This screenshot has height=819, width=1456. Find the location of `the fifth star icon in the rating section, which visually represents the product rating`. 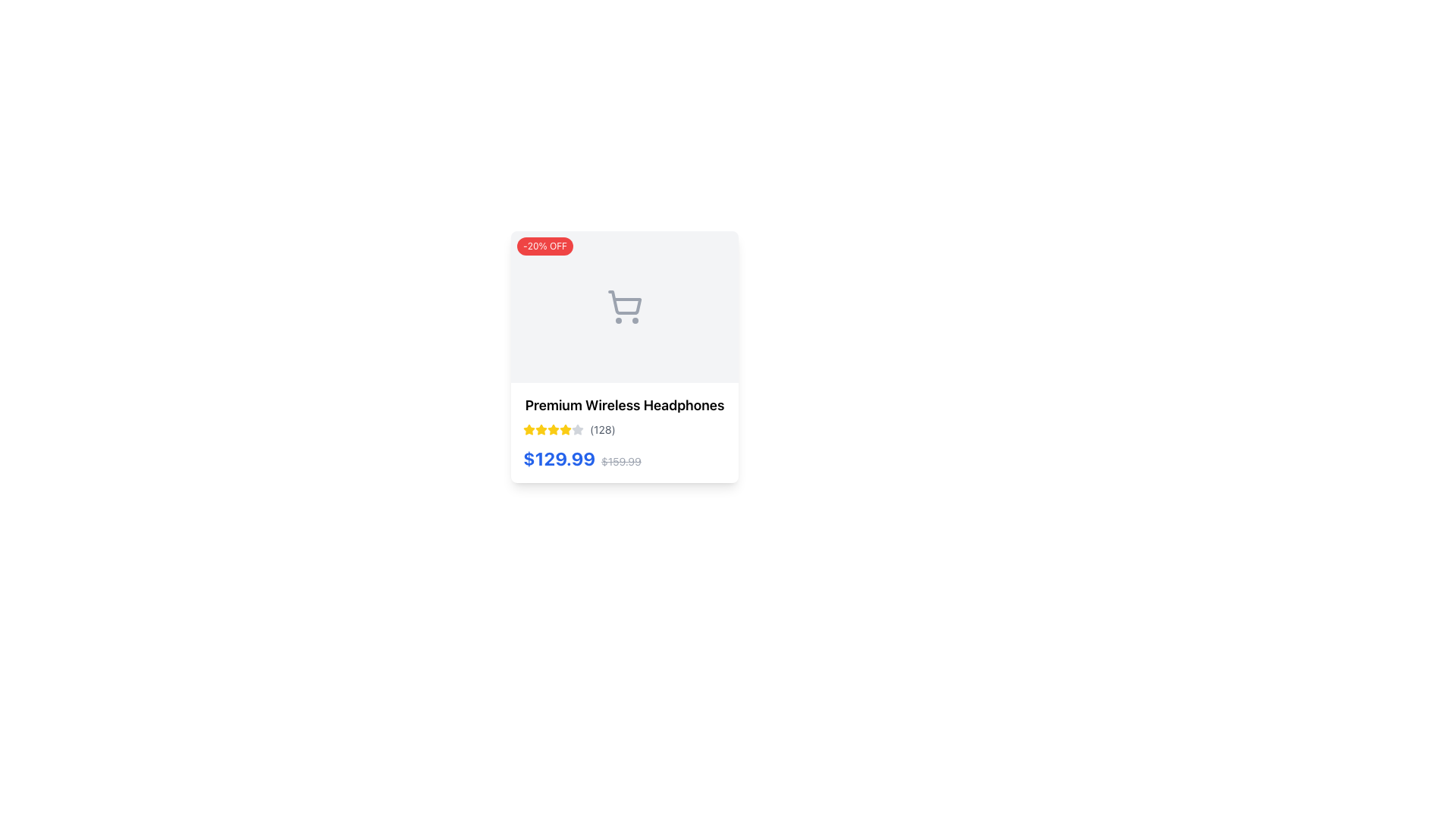

the fifth star icon in the rating section, which visually represents the product rating is located at coordinates (552, 430).